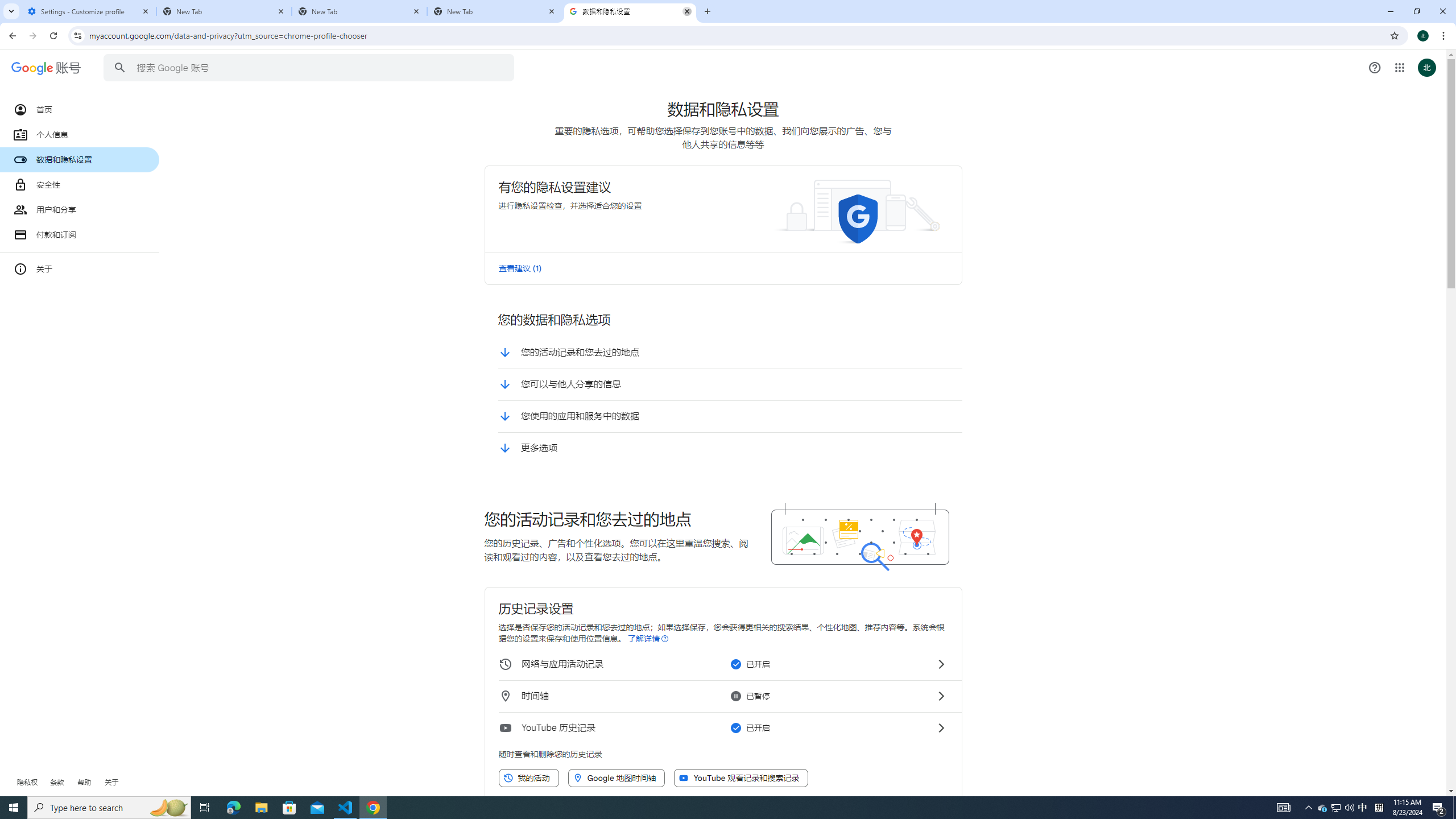 This screenshot has height=819, width=1456. I want to click on 'New Tab', so click(359, 11).